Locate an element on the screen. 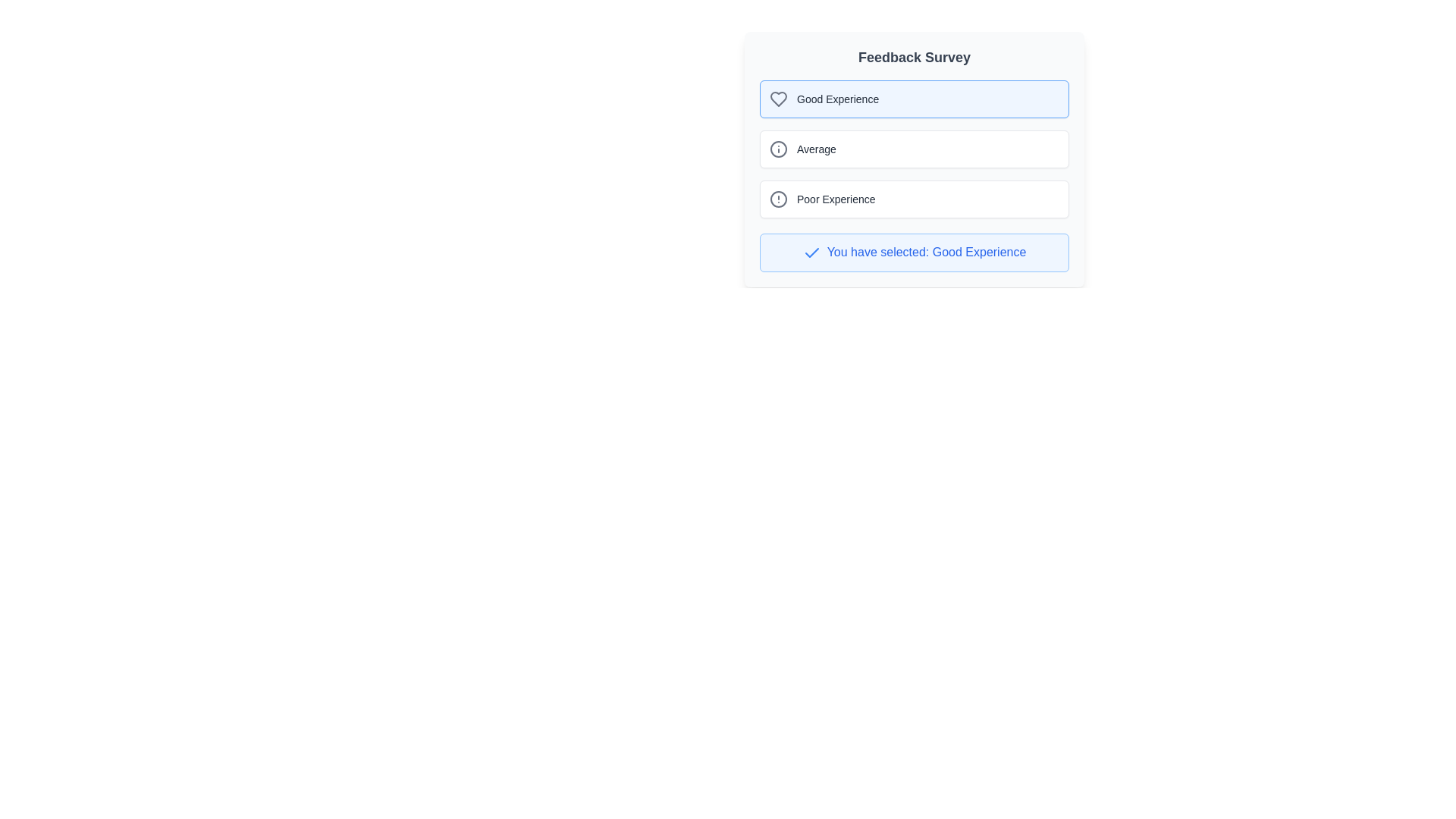 This screenshot has height=819, width=1456. the SVG circle graphical component that is part of the 'Poor Experience' feedback option is located at coordinates (779, 198).